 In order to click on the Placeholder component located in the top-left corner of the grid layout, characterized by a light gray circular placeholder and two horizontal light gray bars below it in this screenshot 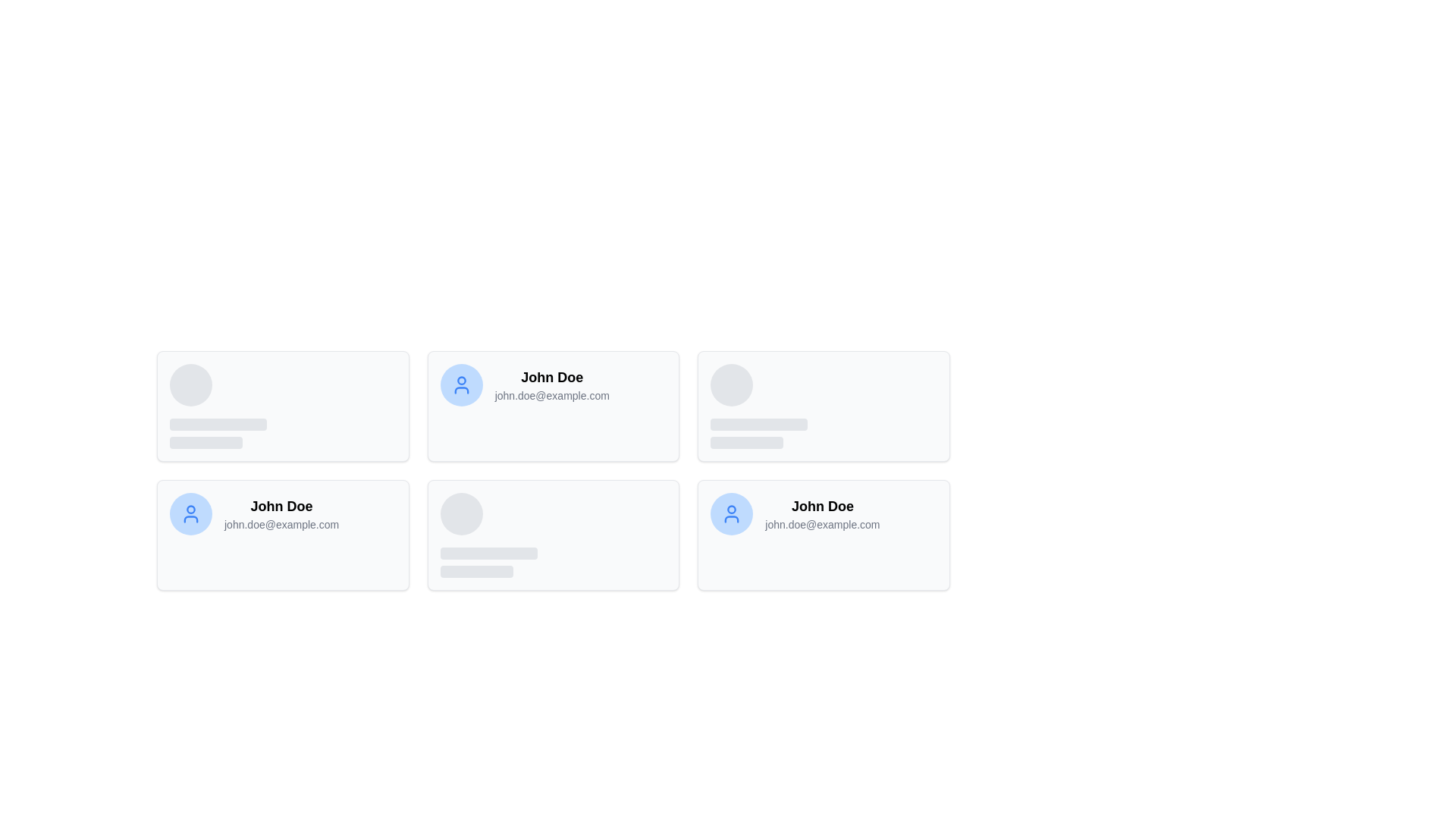, I will do `click(218, 406)`.